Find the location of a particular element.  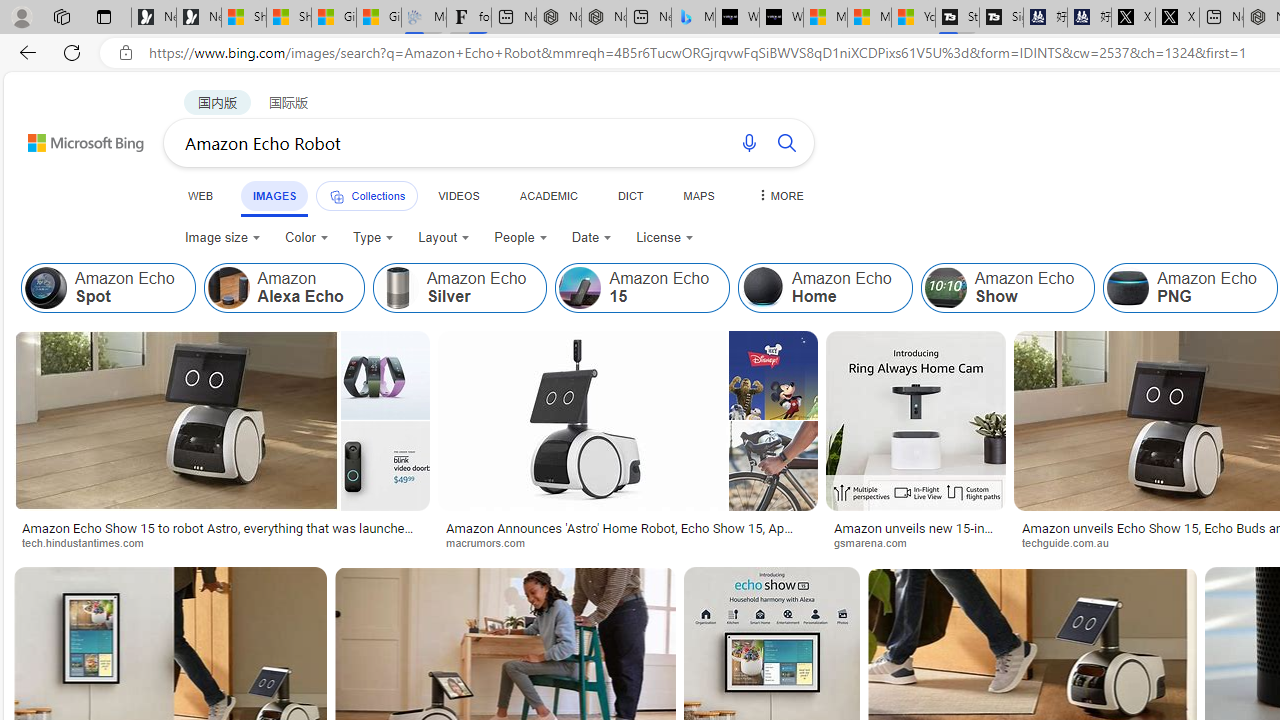

'Layout' is located at coordinates (443, 236).